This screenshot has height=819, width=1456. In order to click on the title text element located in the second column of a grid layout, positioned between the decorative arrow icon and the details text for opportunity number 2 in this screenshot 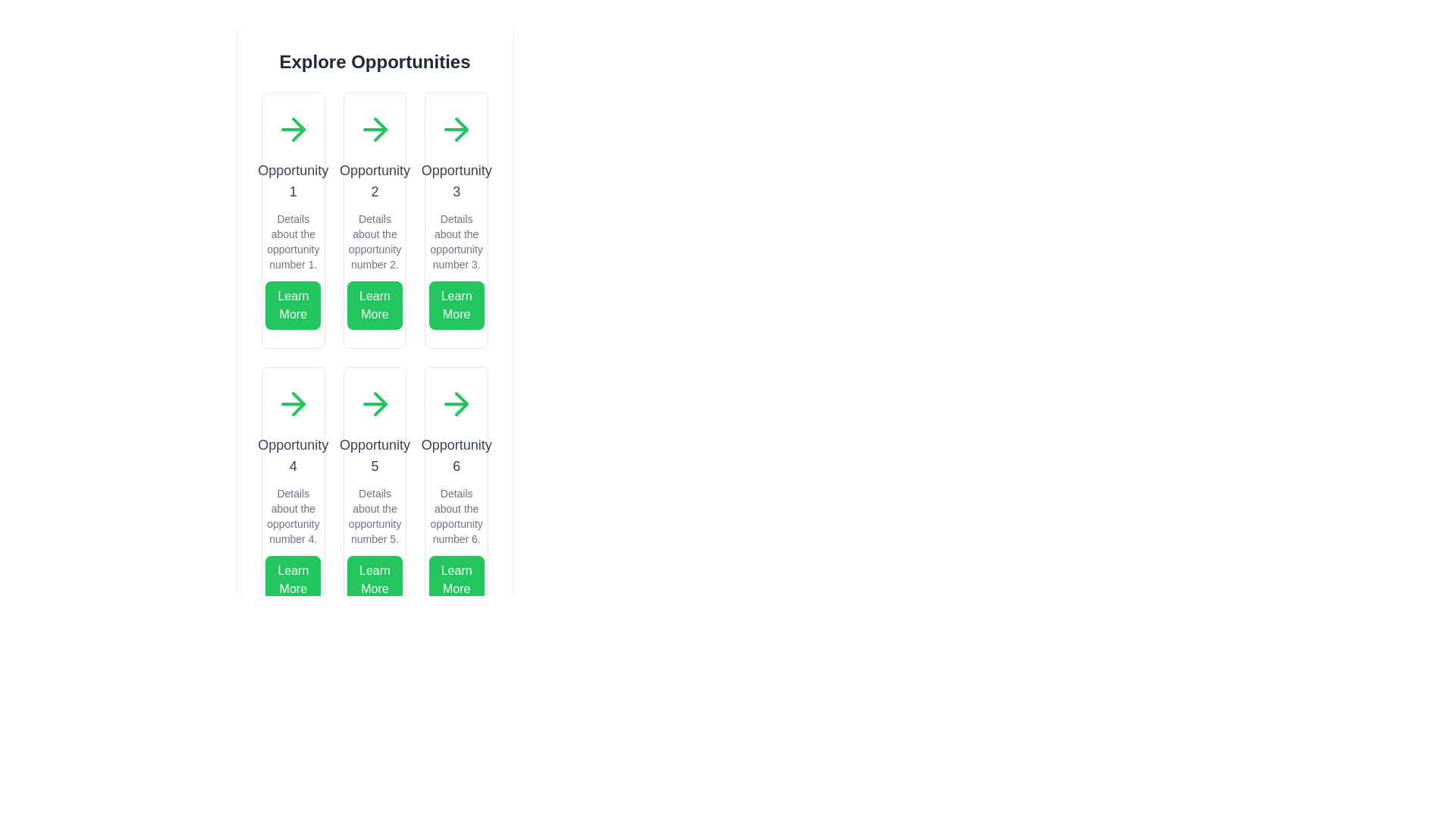, I will do `click(375, 180)`.